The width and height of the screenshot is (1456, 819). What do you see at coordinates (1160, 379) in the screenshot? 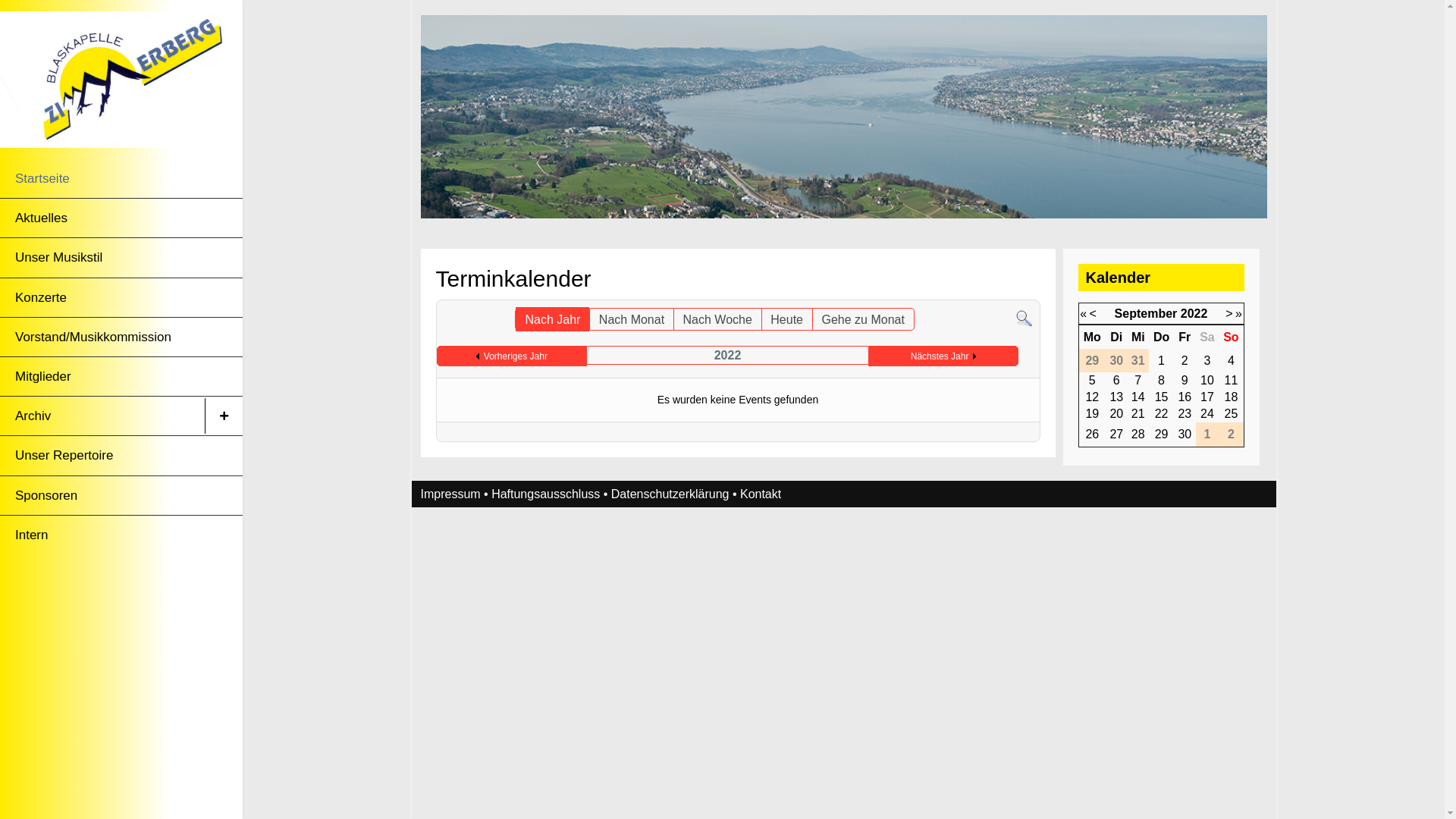
I see `'8'` at bounding box center [1160, 379].